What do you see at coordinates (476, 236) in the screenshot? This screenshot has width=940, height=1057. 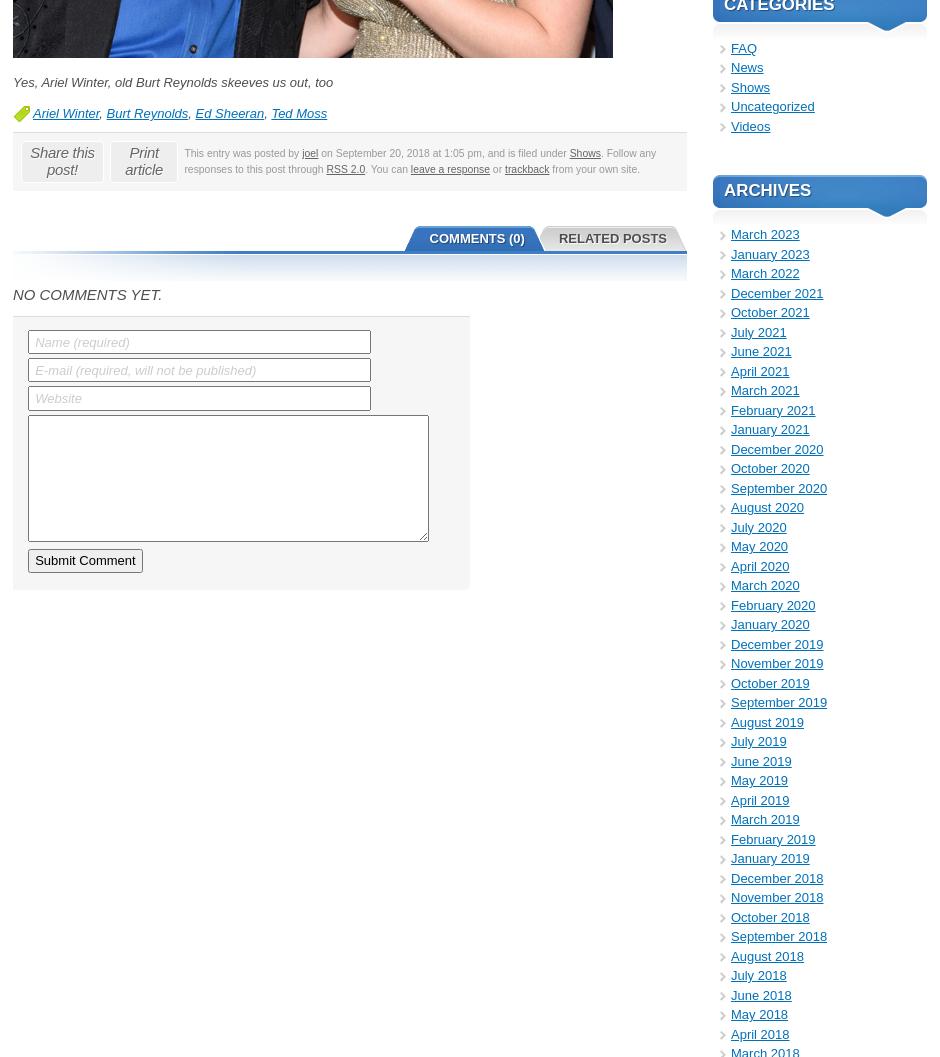 I see `'Comments (0)'` at bounding box center [476, 236].